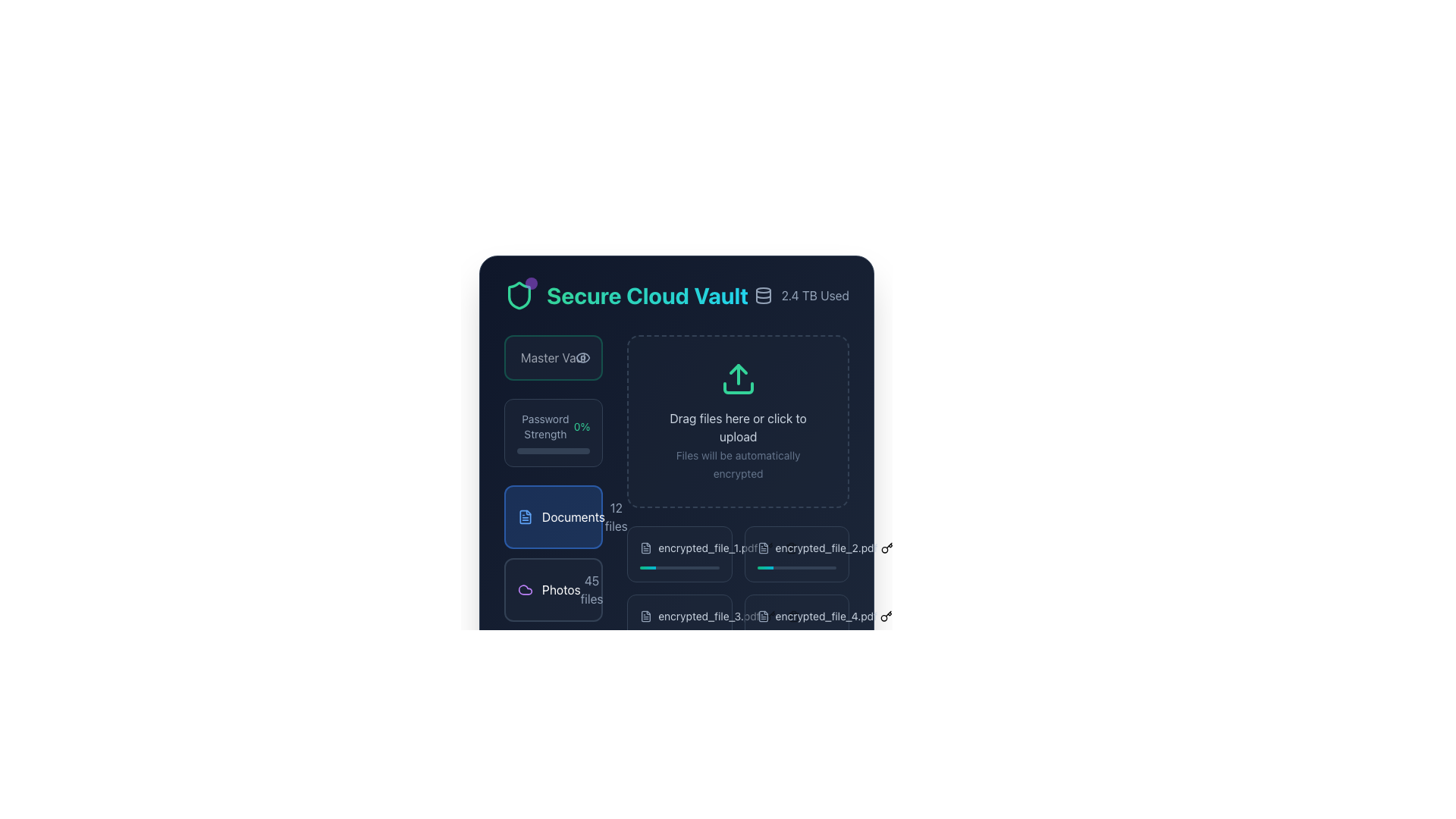 Image resolution: width=1456 pixels, height=819 pixels. Describe the element at coordinates (886, 617) in the screenshot. I see `the interactive key-shaped icon located at the bottom right corner of the panel` at that location.